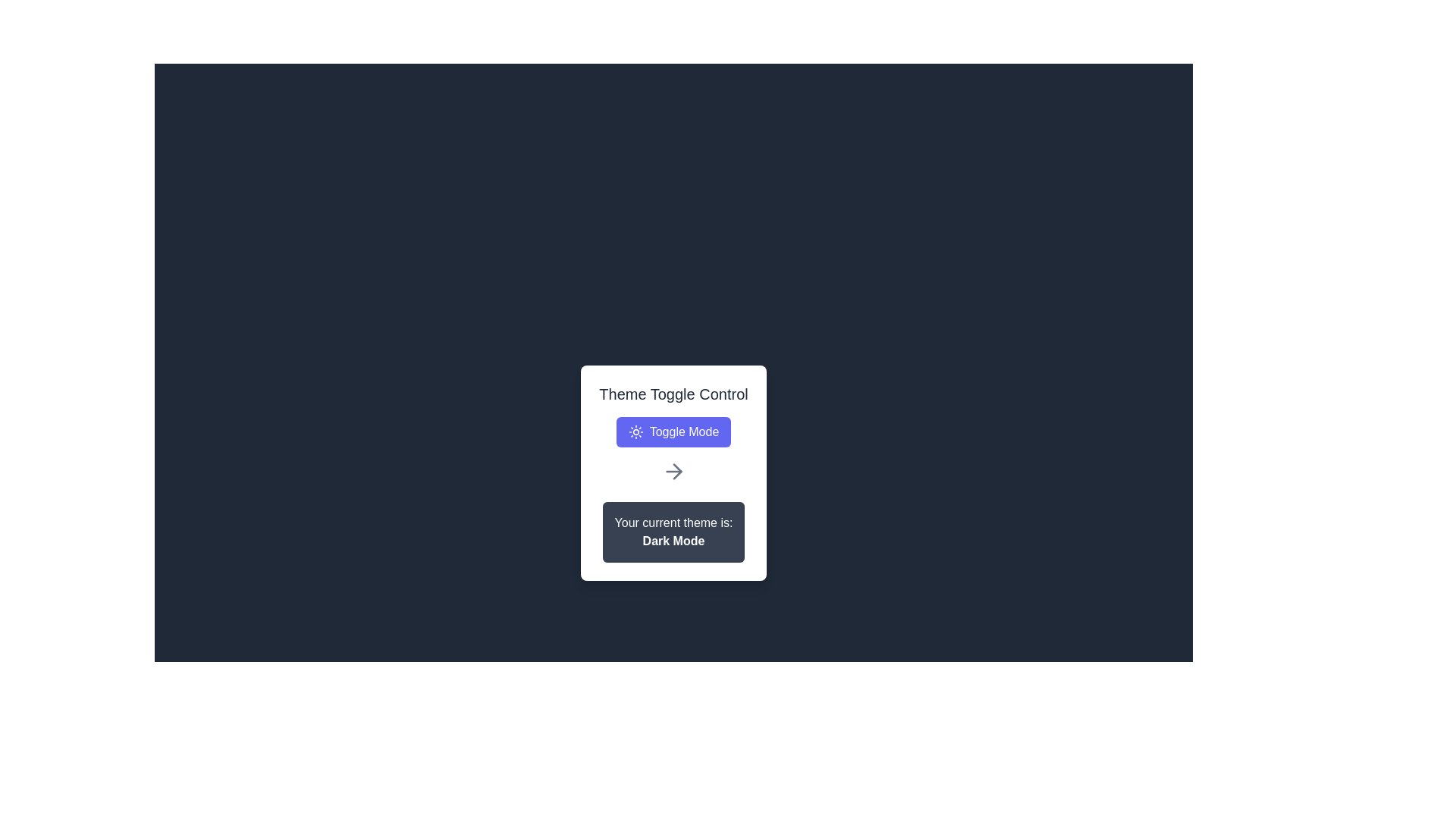 This screenshot has width=1456, height=819. I want to click on the Informational Text Block that indicates the currently selected theme, which is 'Dark Mode', positioned at the bottom of the white card interface, below the 'Toggle Mode' button and arrow icon, so click(673, 532).